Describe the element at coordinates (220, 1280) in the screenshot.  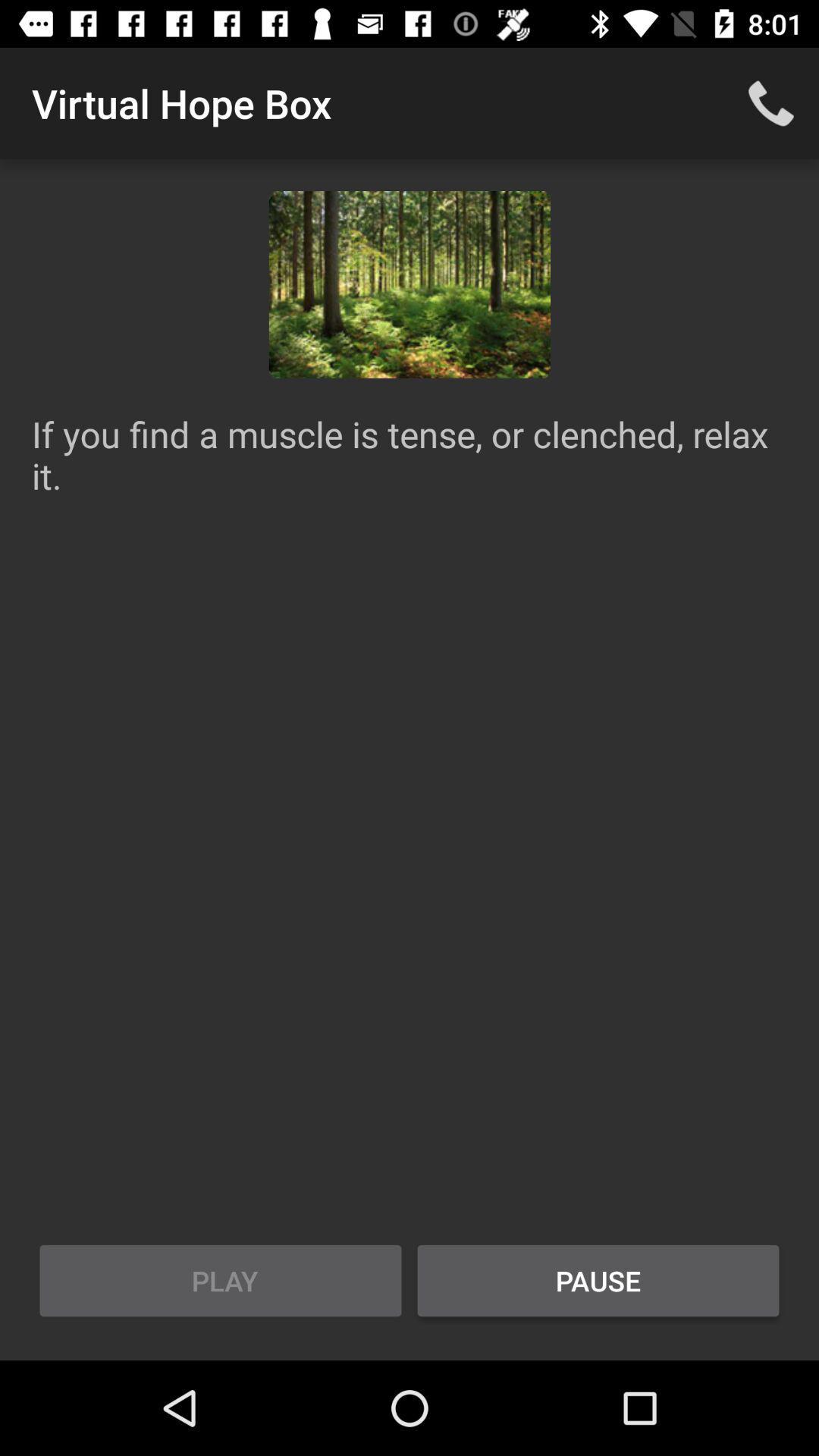
I see `play at the bottom left corner` at that location.